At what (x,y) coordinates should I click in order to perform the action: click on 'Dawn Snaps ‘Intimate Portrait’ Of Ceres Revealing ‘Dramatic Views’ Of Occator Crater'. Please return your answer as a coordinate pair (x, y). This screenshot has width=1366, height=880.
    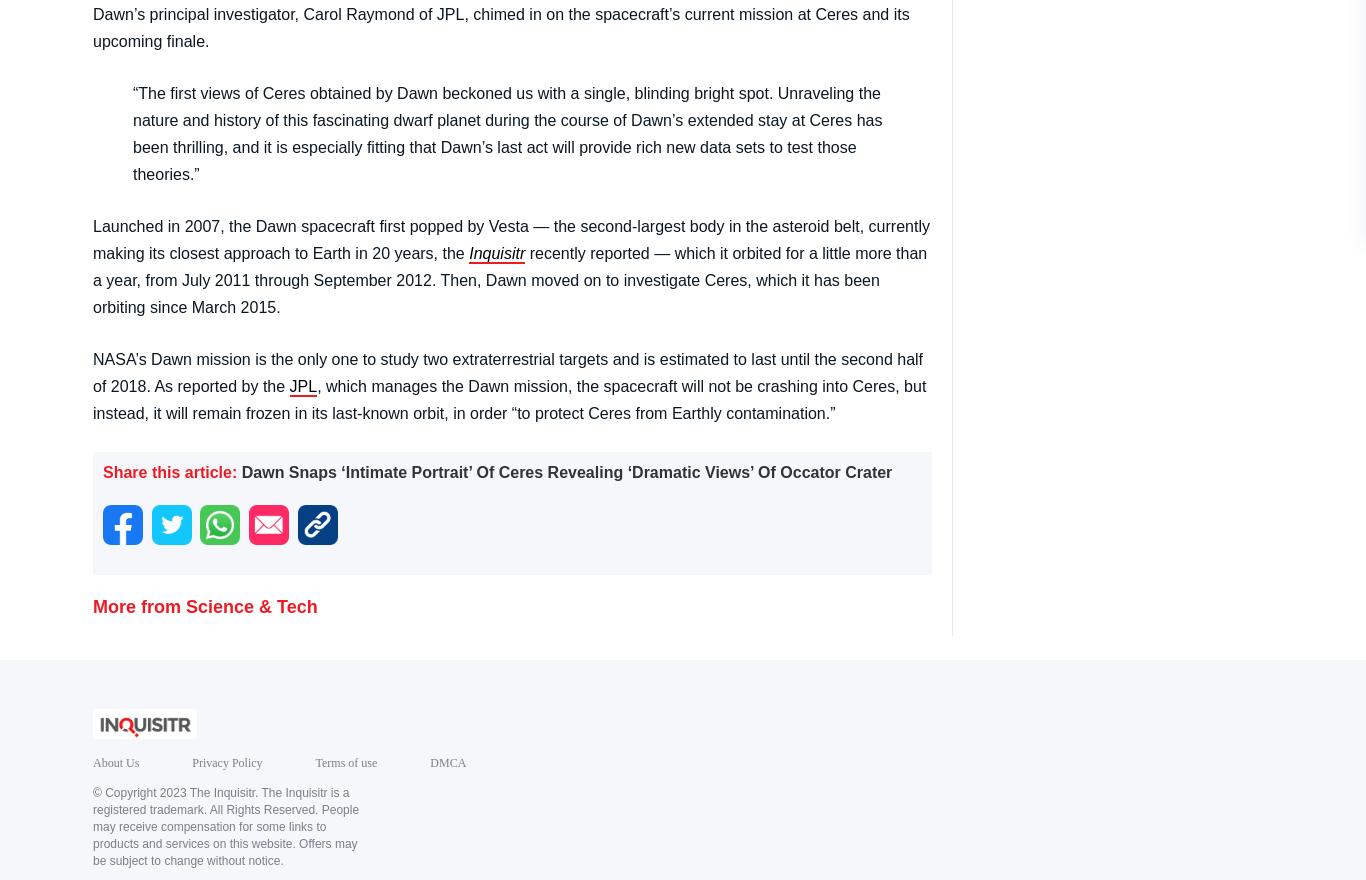
    Looking at the image, I should click on (566, 470).